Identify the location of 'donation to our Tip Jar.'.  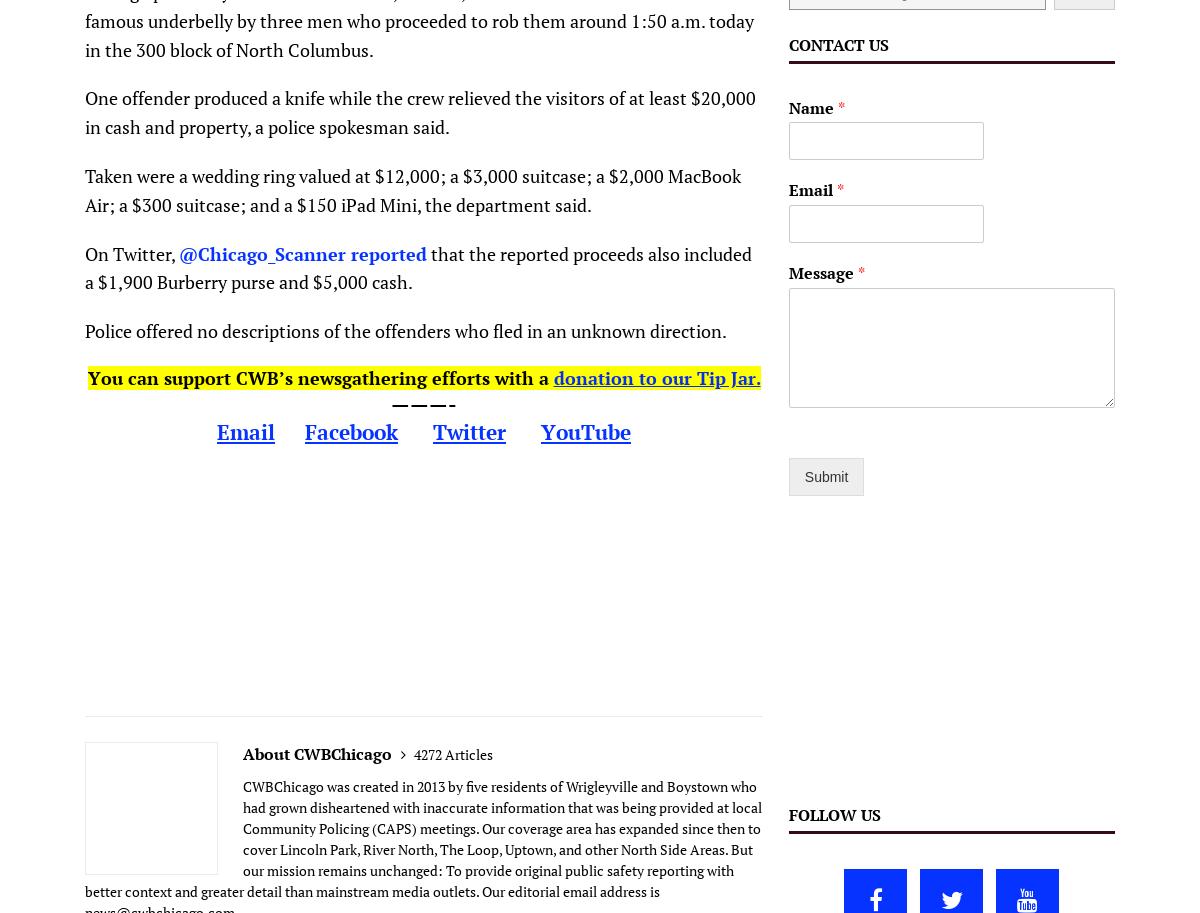
(656, 375).